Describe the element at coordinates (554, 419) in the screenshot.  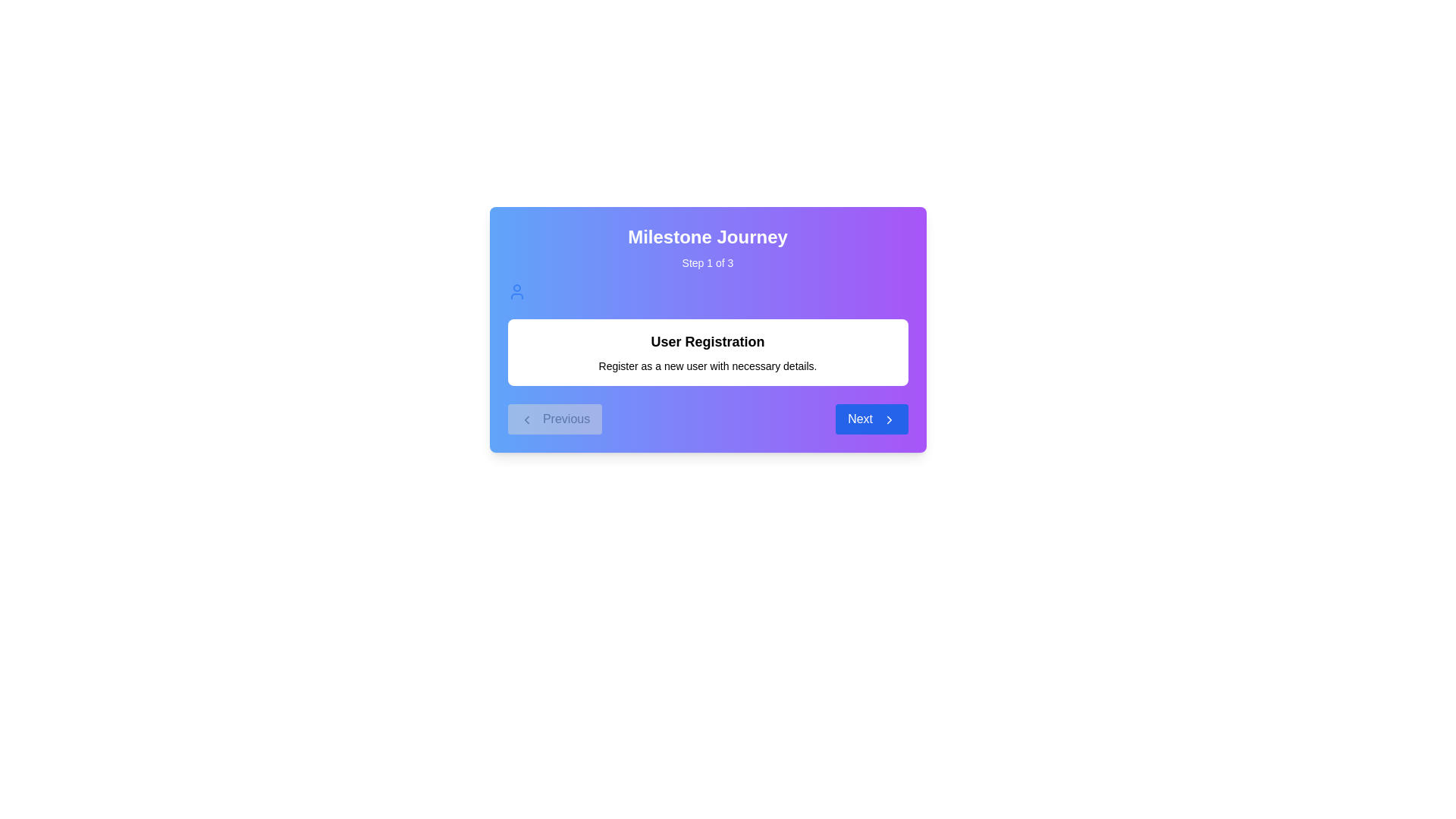
I see `the 'Previous' button located at the bottom left corner of the panel` at that location.